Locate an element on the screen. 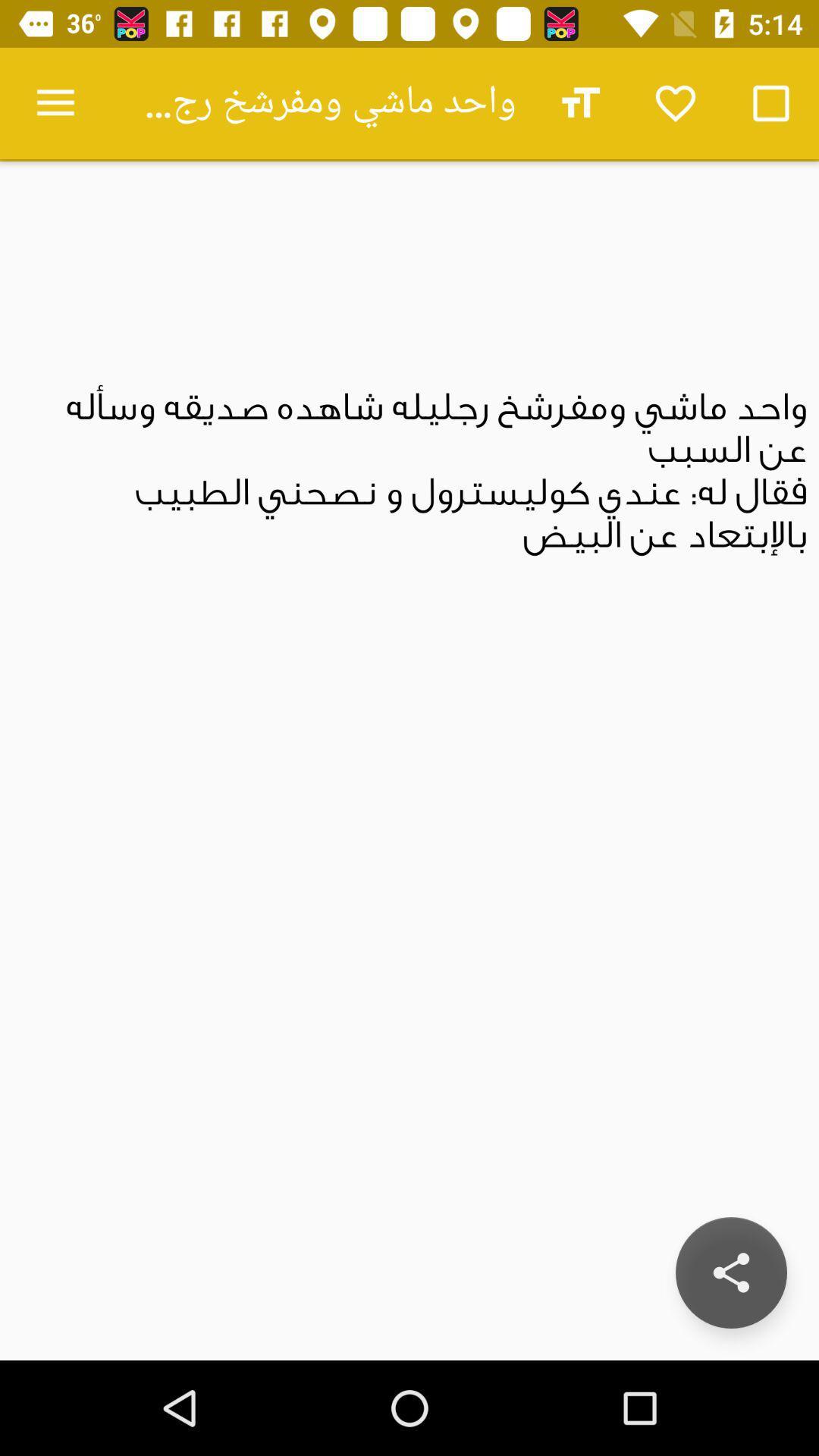 This screenshot has width=819, height=1456. the item at the top left corner is located at coordinates (55, 102).